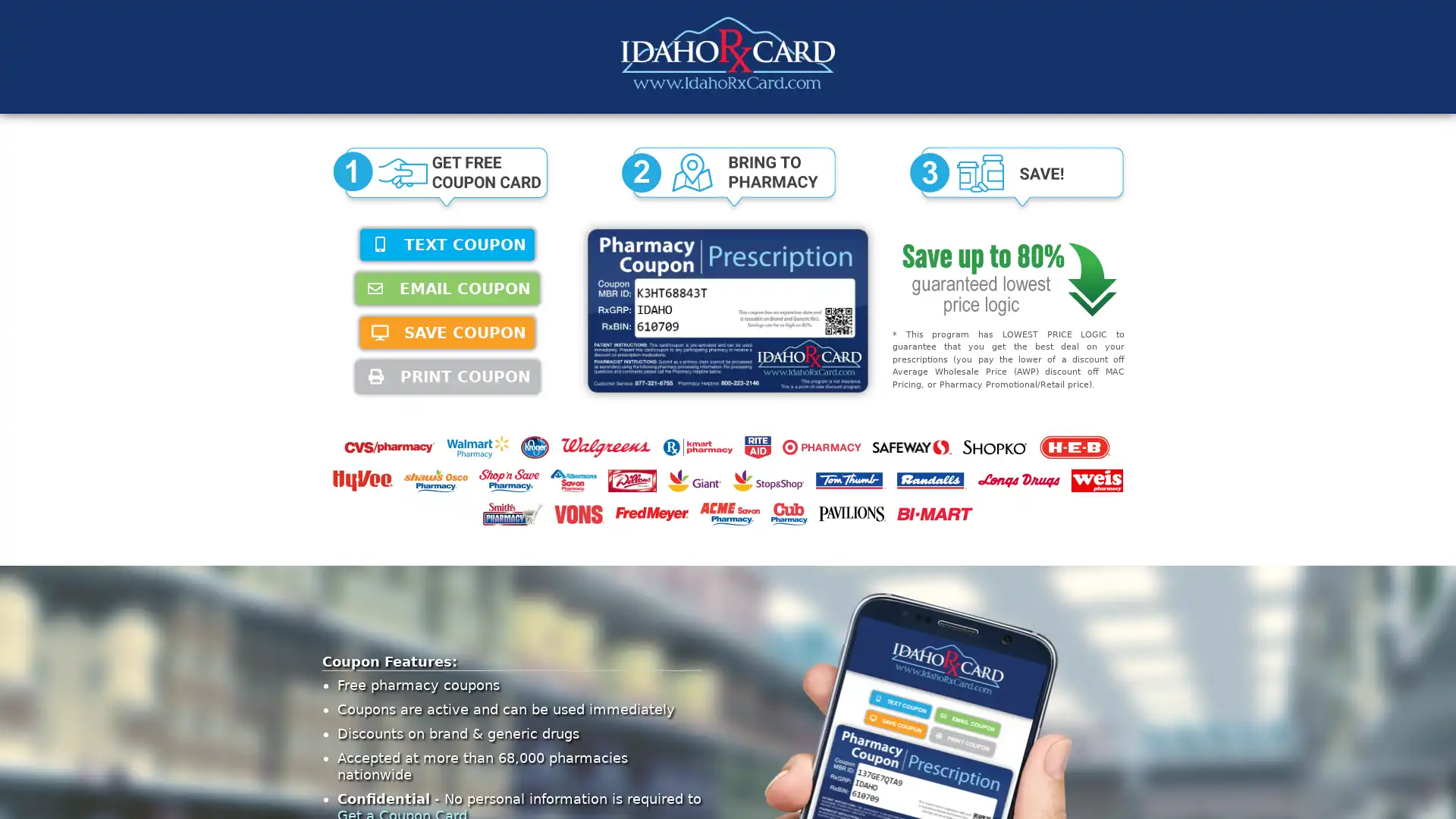 This screenshot has width=1456, height=819. What do you see at coordinates (447, 289) in the screenshot?
I see `EMAIL COUPON` at bounding box center [447, 289].